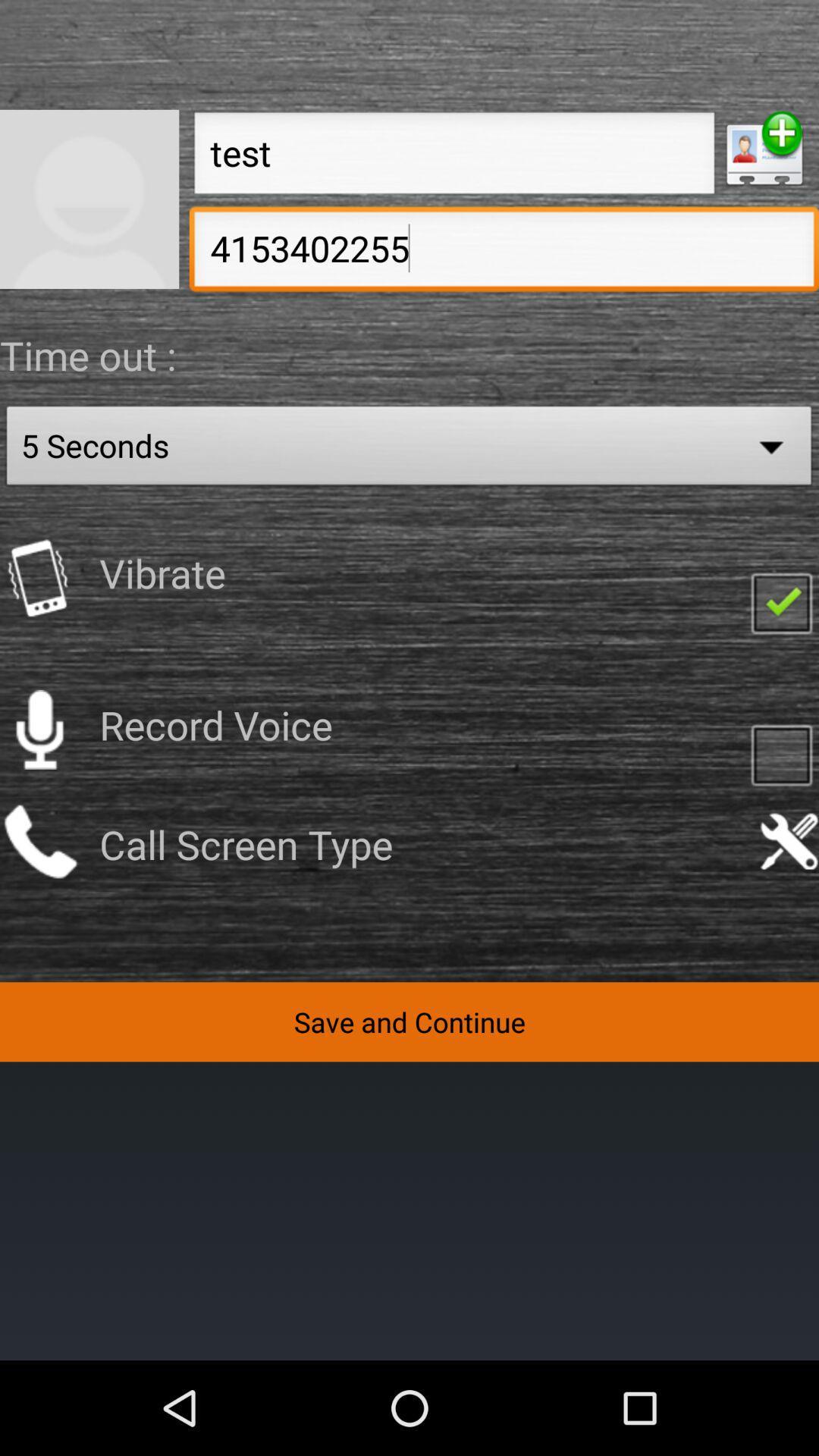 The height and width of the screenshot is (1456, 819). What do you see at coordinates (781, 601) in the screenshot?
I see `tick` at bounding box center [781, 601].